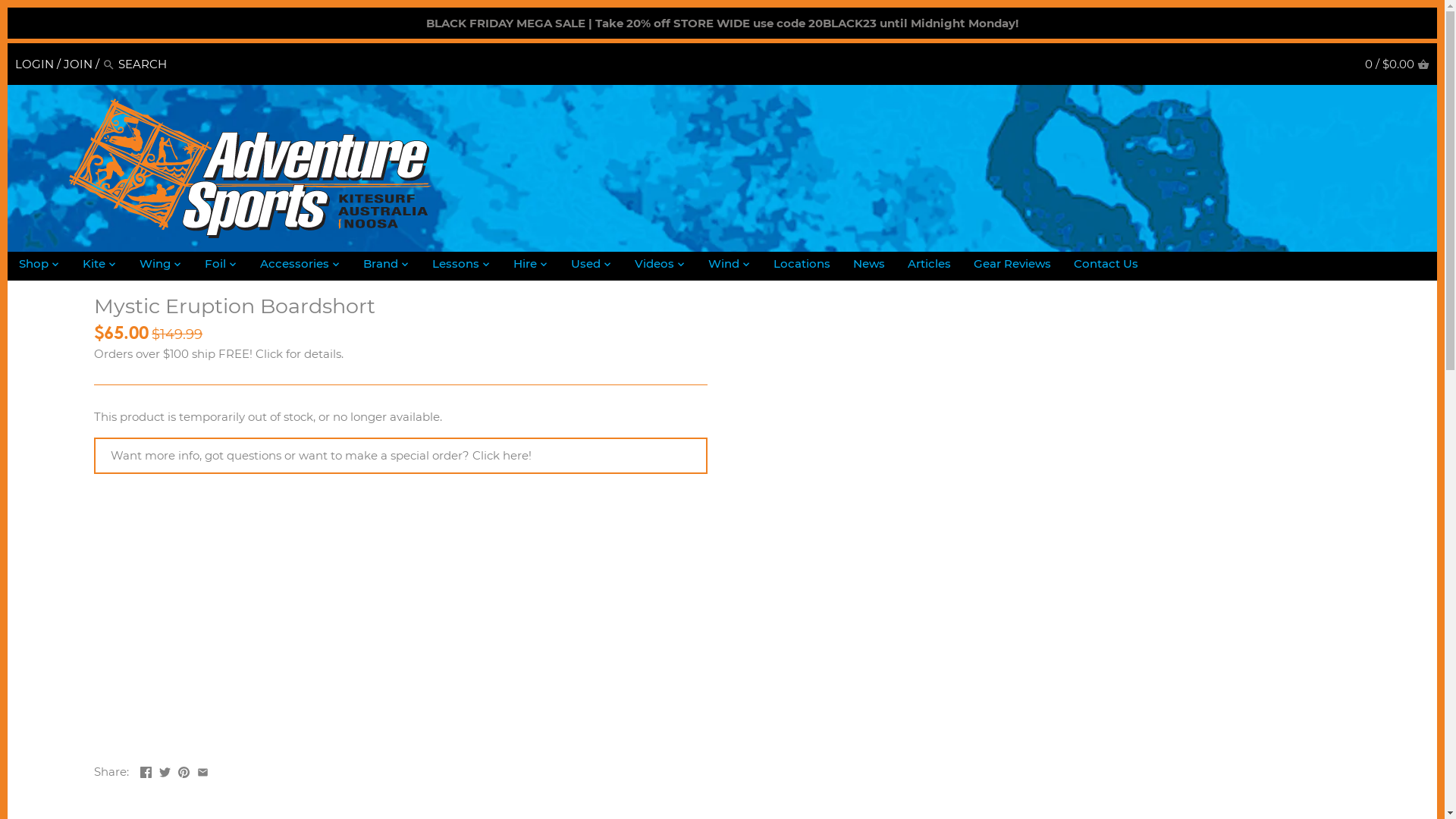 Image resolution: width=1456 pixels, height=819 pixels. What do you see at coordinates (351, 265) in the screenshot?
I see `'Brand'` at bounding box center [351, 265].